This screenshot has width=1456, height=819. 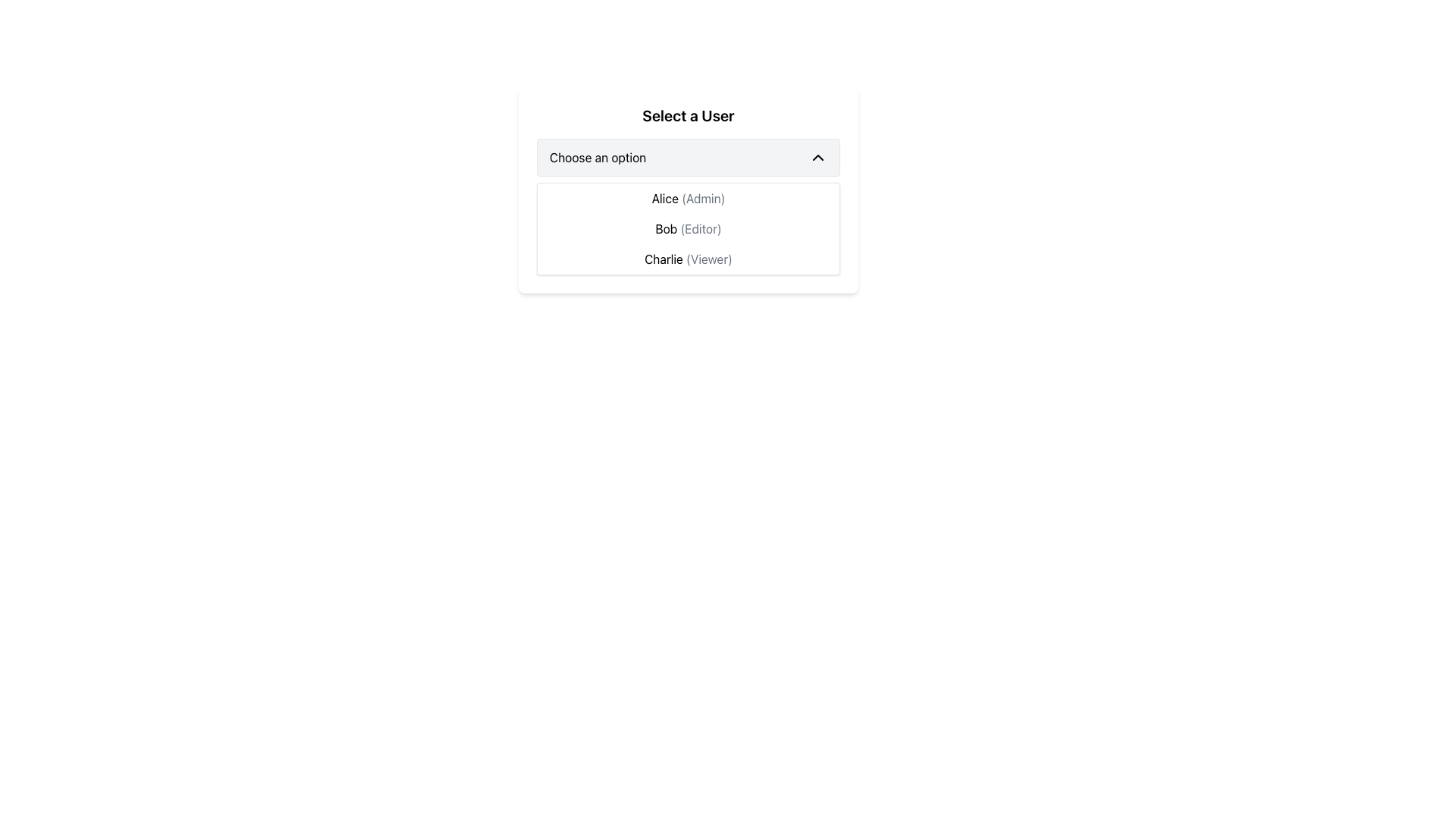 What do you see at coordinates (817, 158) in the screenshot?
I see `the chevron icon at the rightmost end of the 'Choose an option' dropdown menu` at bounding box center [817, 158].